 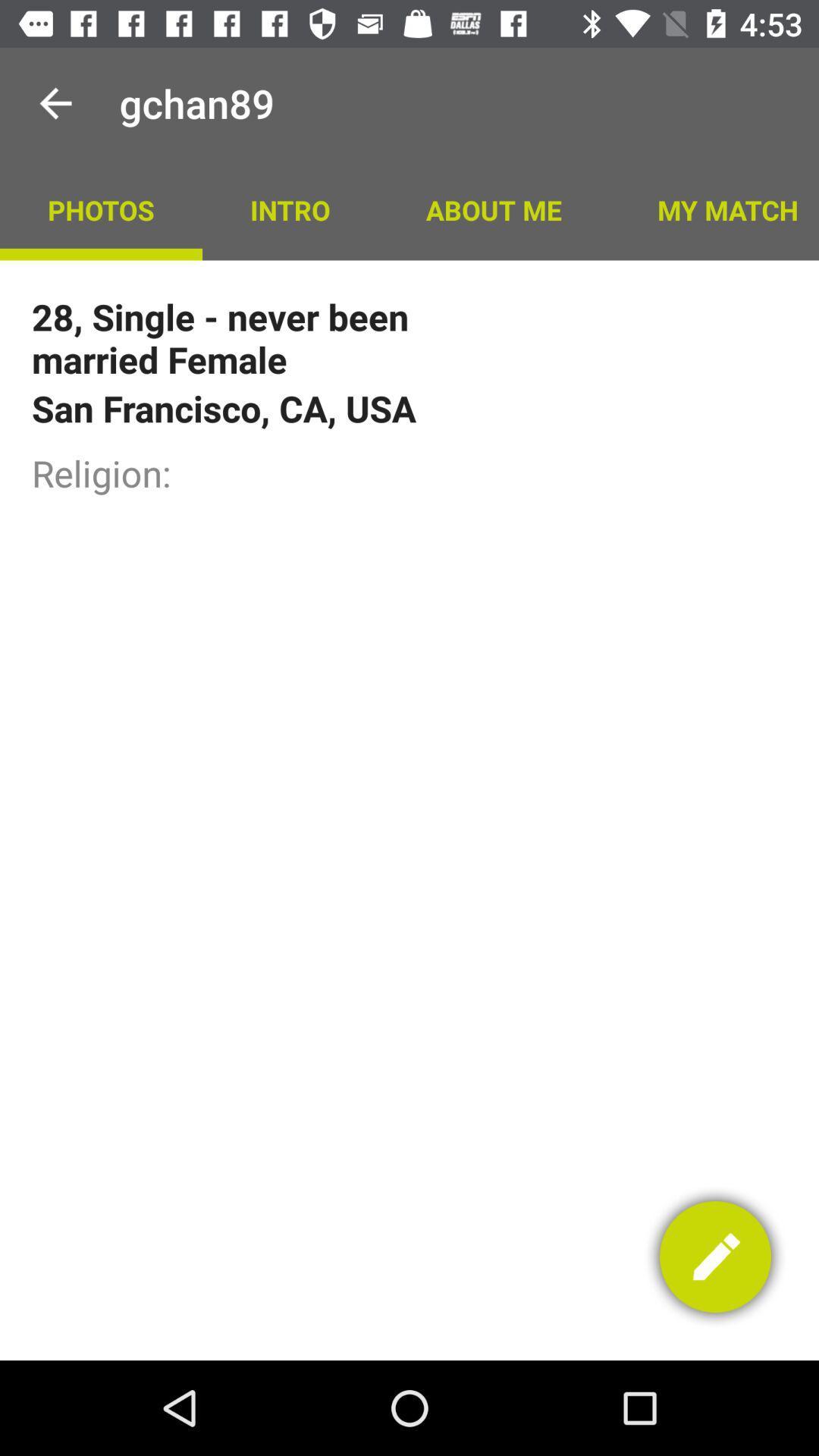 What do you see at coordinates (714, 209) in the screenshot?
I see `the app next to about me` at bounding box center [714, 209].